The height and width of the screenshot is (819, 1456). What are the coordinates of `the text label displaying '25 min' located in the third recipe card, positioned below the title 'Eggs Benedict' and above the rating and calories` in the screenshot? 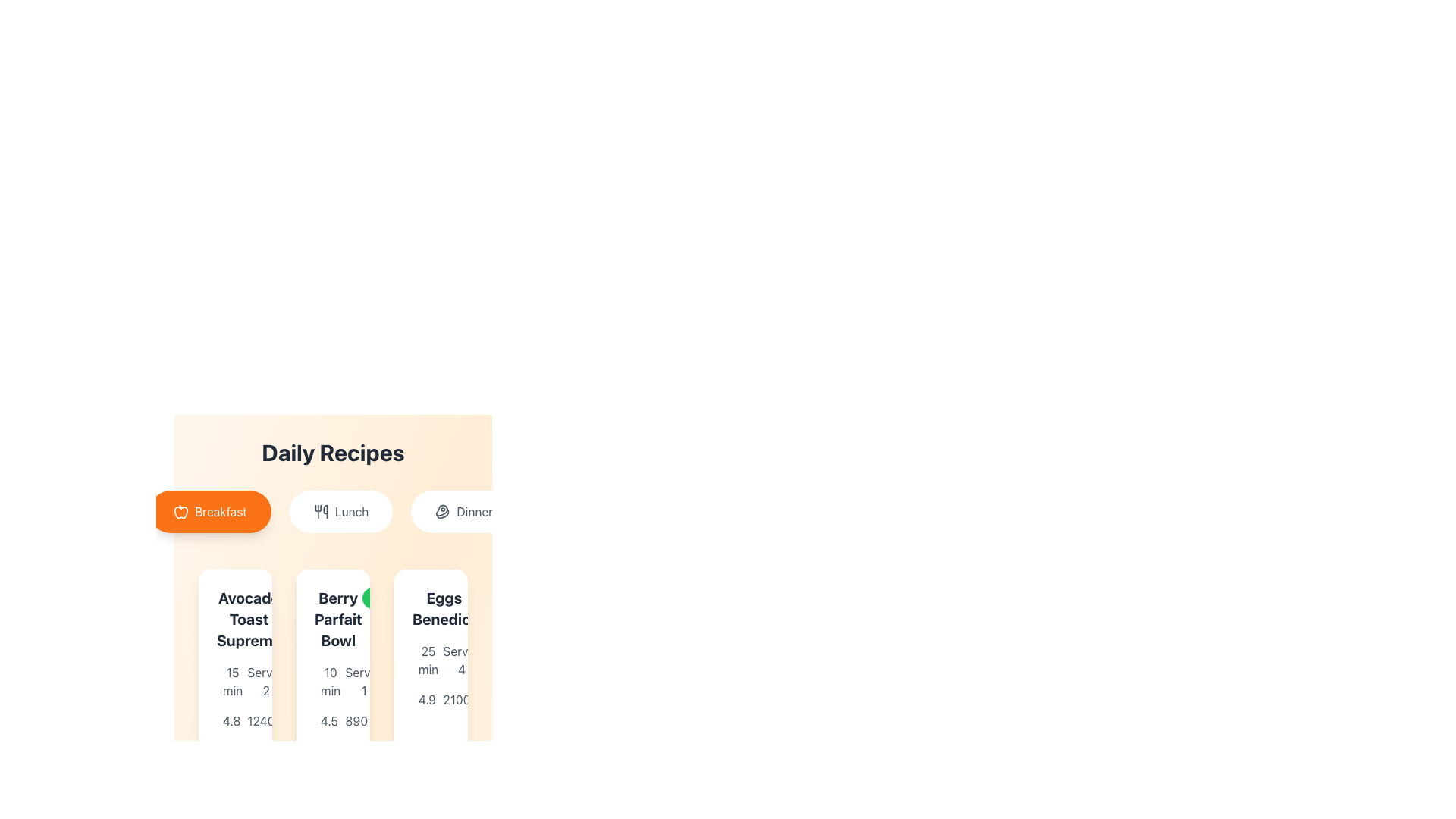 It's located at (428, 660).